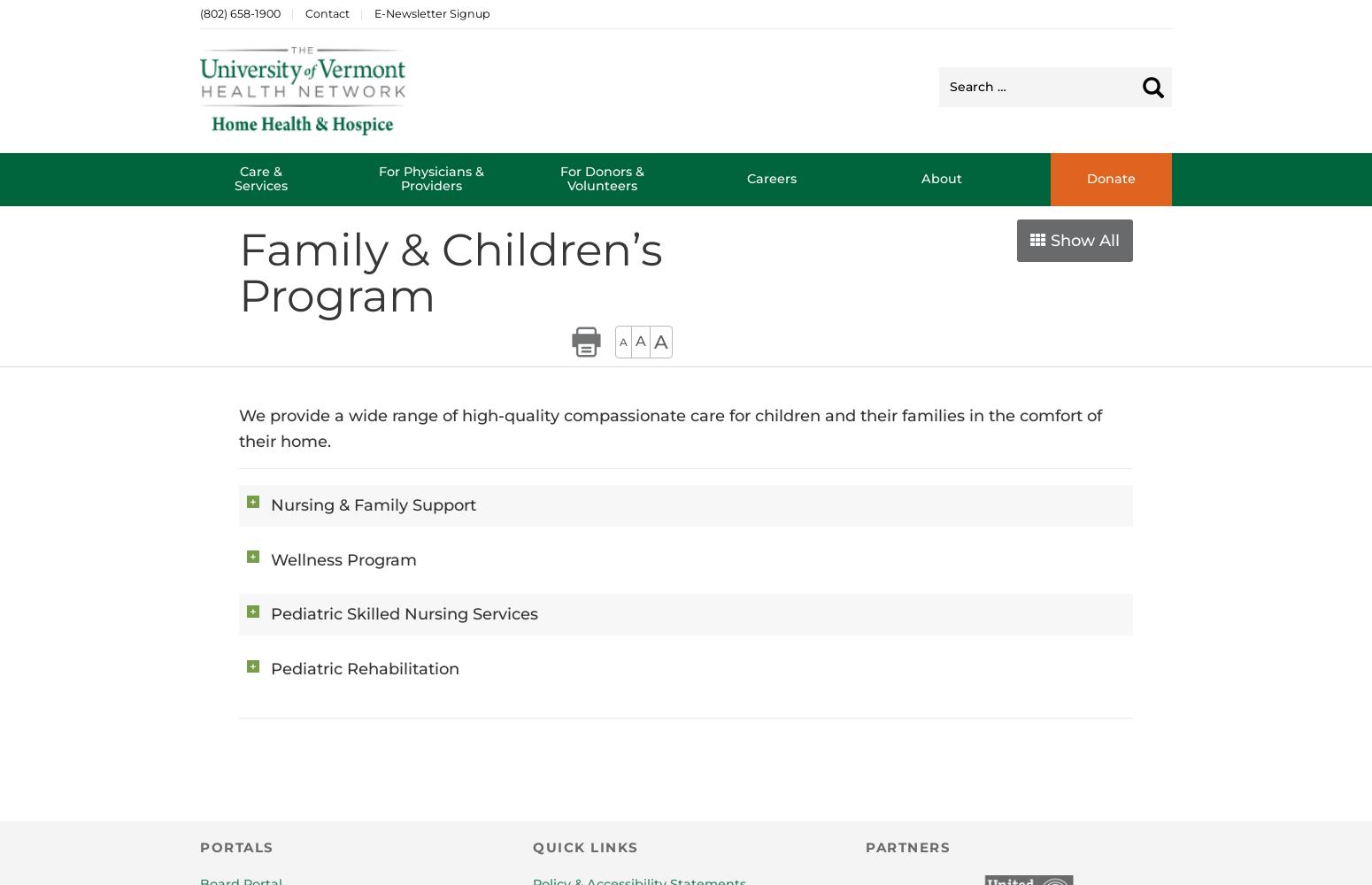  What do you see at coordinates (365, 669) in the screenshot?
I see `'Pediatric Rehabilitation'` at bounding box center [365, 669].